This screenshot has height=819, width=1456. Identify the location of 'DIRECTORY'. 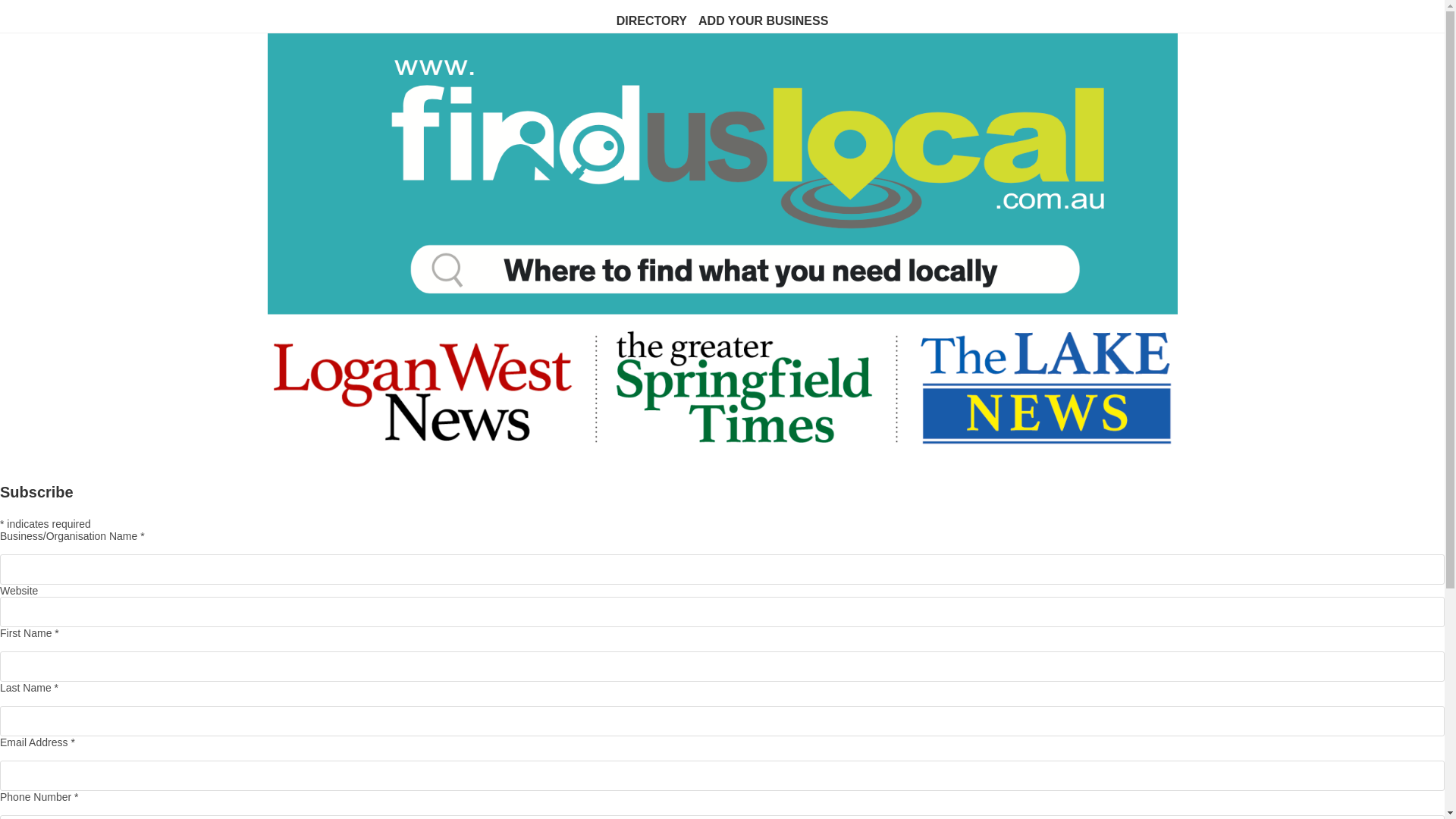
(651, 21).